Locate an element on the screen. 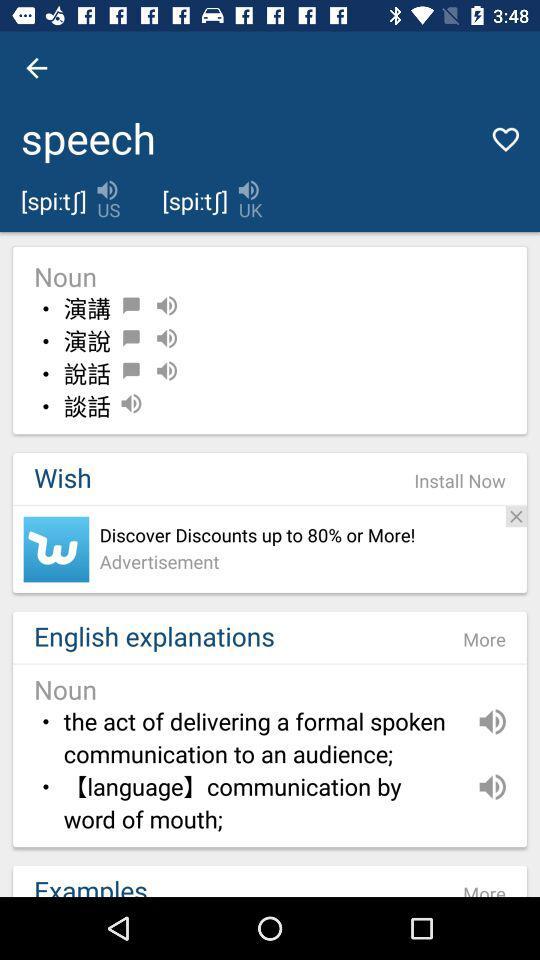 The width and height of the screenshot is (540, 960). more which is at the bottom right corner of the page is located at coordinates (483, 884).